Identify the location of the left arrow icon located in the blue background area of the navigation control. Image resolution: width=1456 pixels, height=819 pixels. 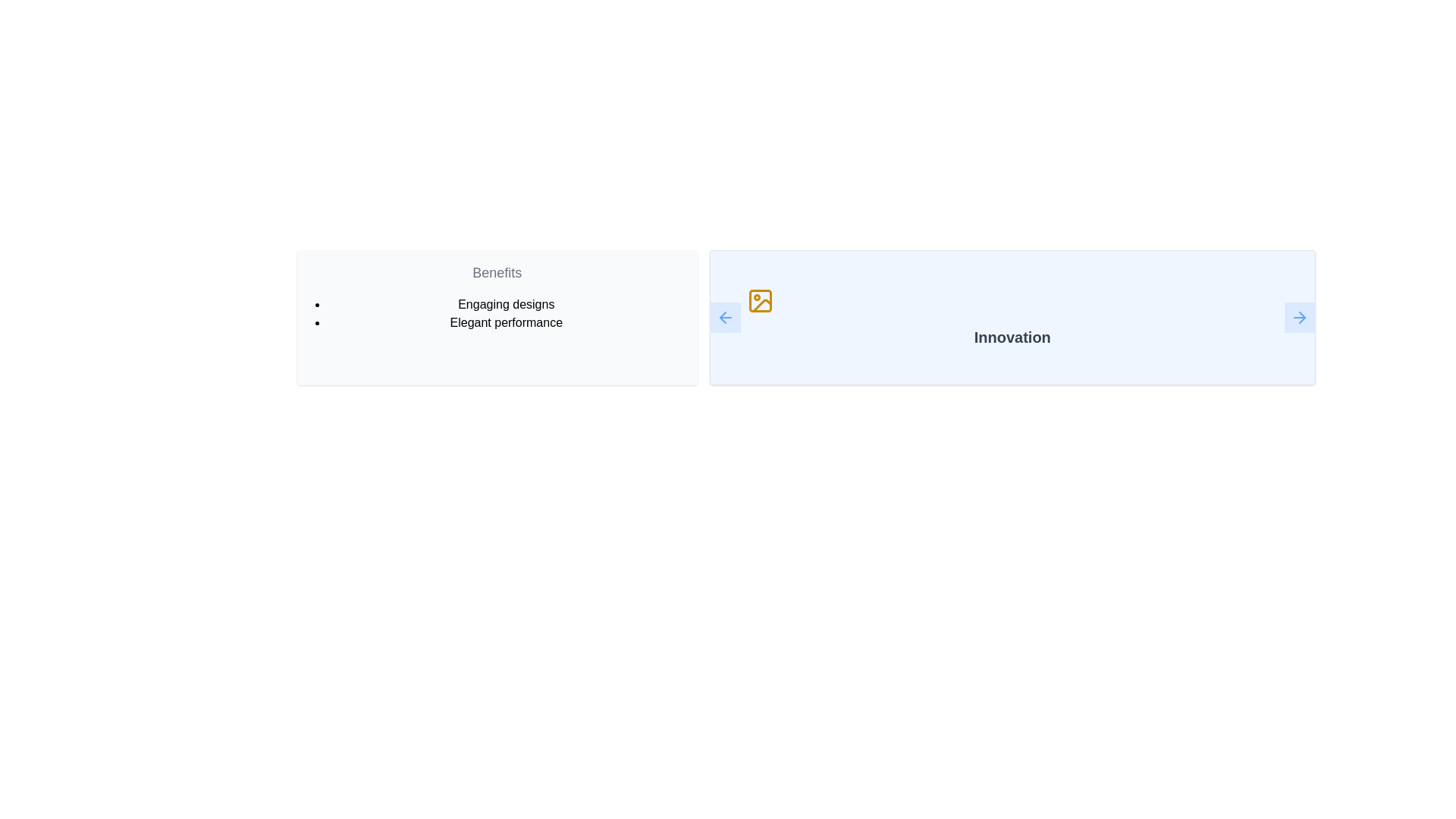
(722, 317).